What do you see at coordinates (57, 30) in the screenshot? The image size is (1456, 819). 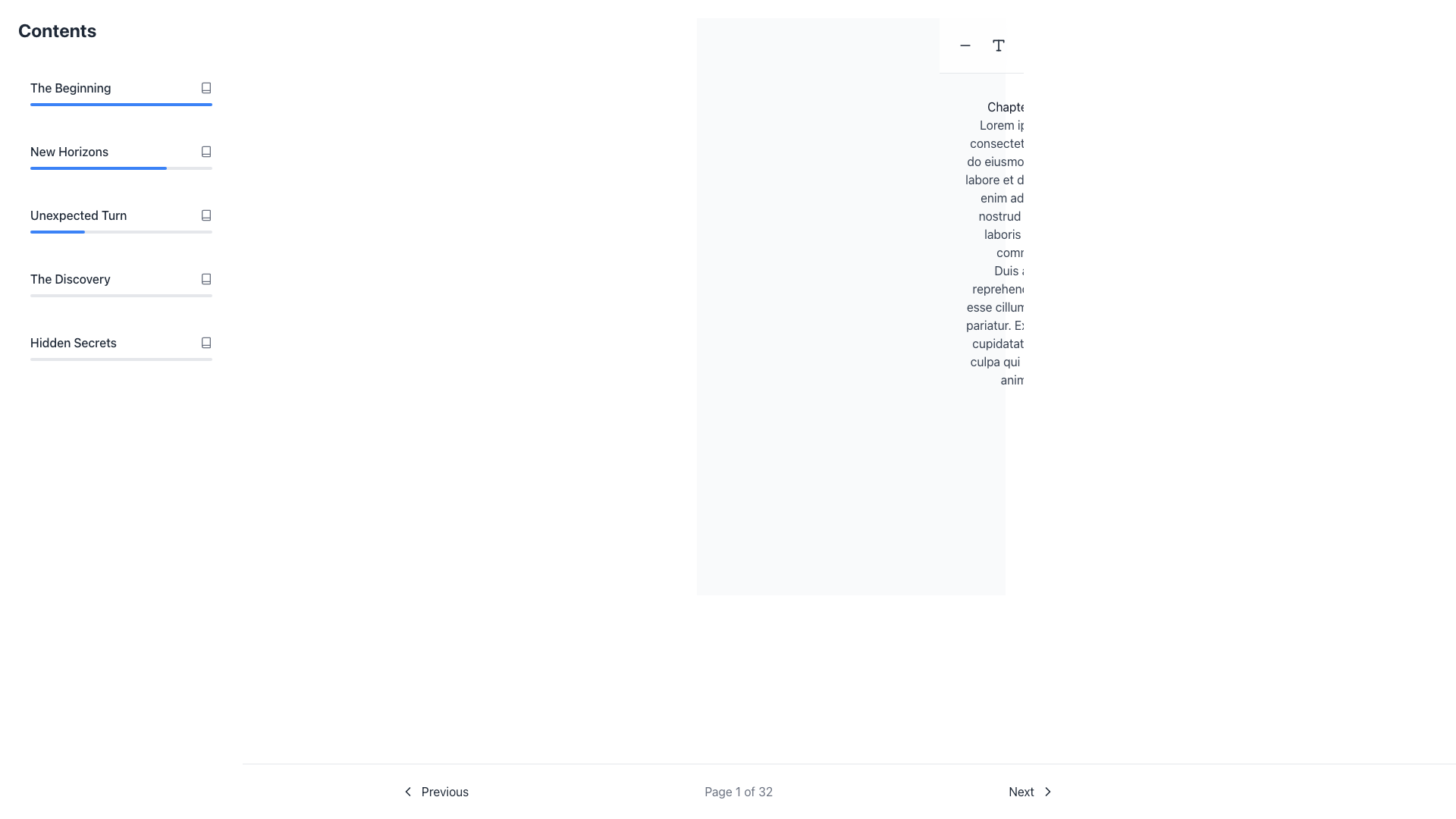 I see `the text label displaying 'Contents' in bold and large dark gray font, which is prominently positioned at the top-left of the interface` at bounding box center [57, 30].